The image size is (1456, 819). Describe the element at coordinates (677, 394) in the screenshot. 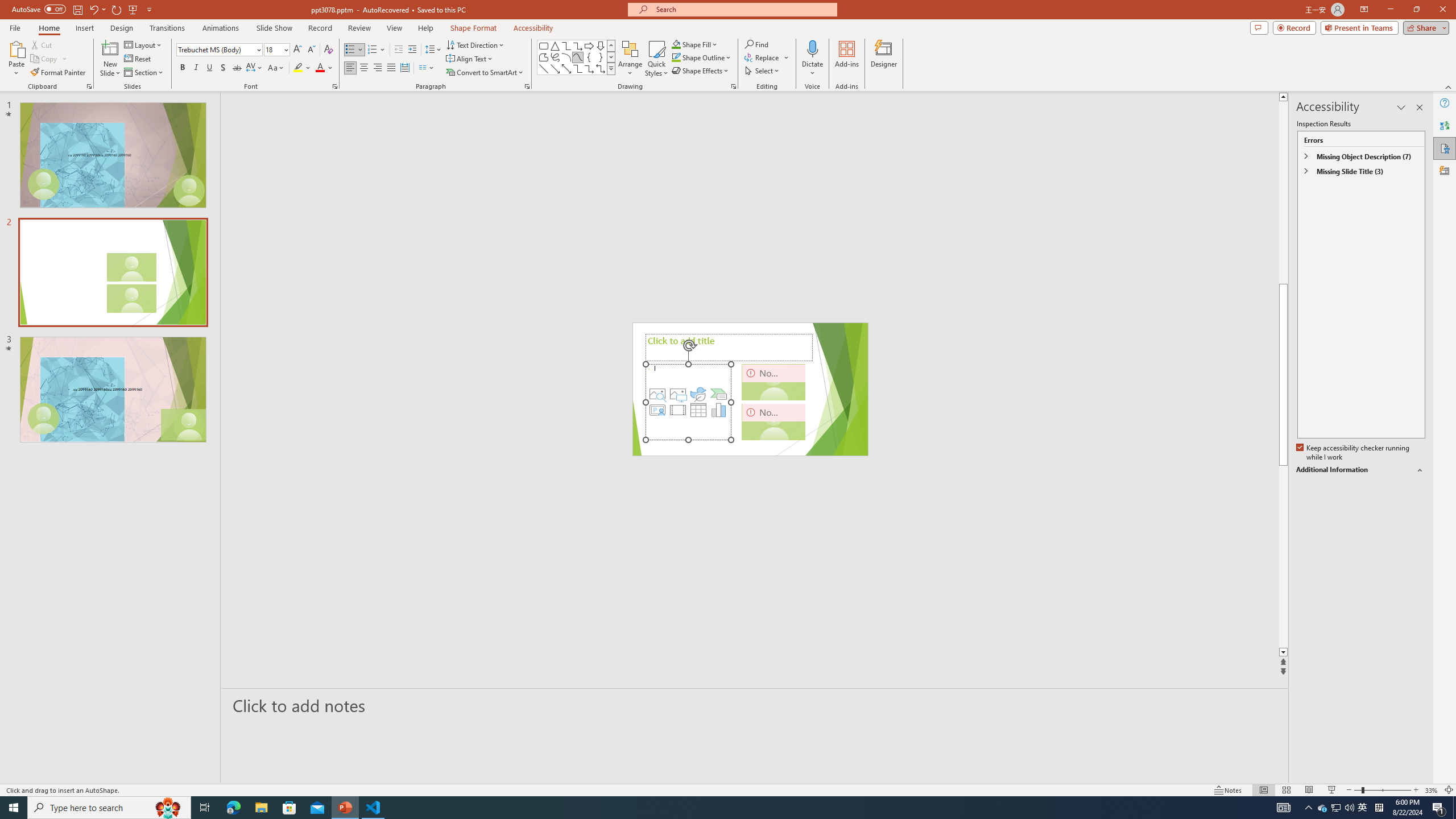

I see `'Pictures'` at that location.